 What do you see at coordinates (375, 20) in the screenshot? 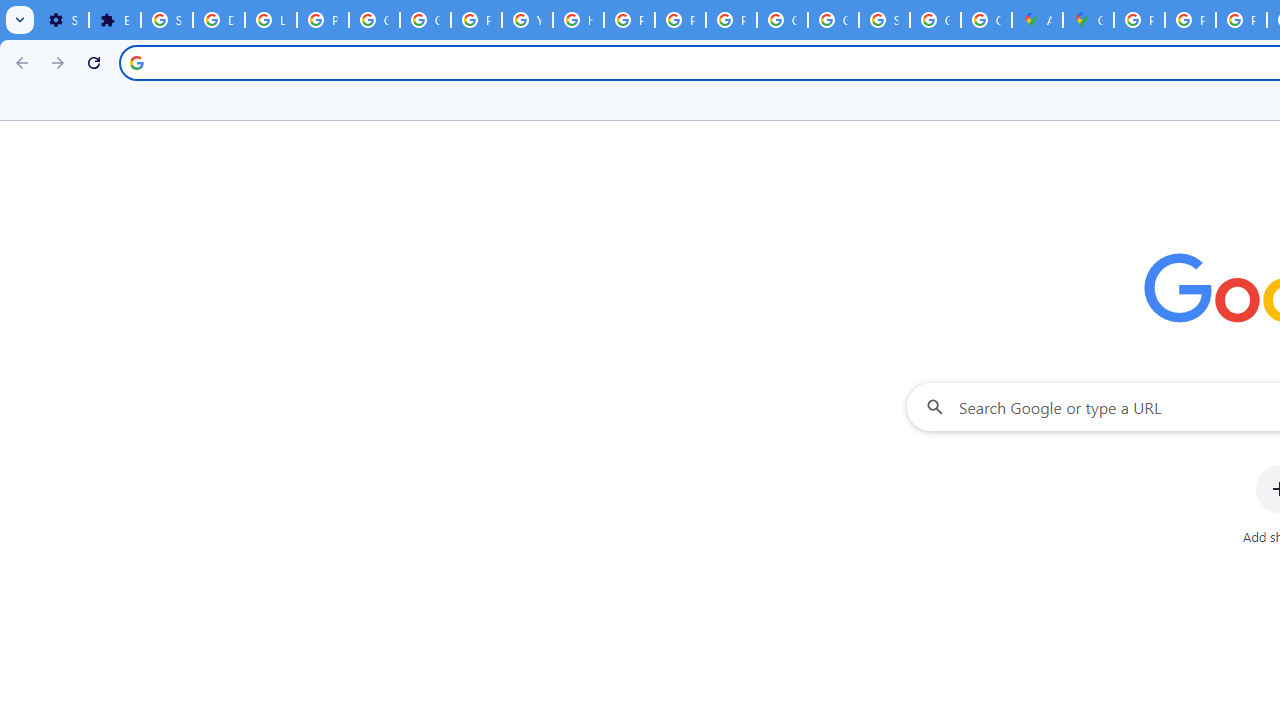
I see `'Google Account Help'` at bounding box center [375, 20].